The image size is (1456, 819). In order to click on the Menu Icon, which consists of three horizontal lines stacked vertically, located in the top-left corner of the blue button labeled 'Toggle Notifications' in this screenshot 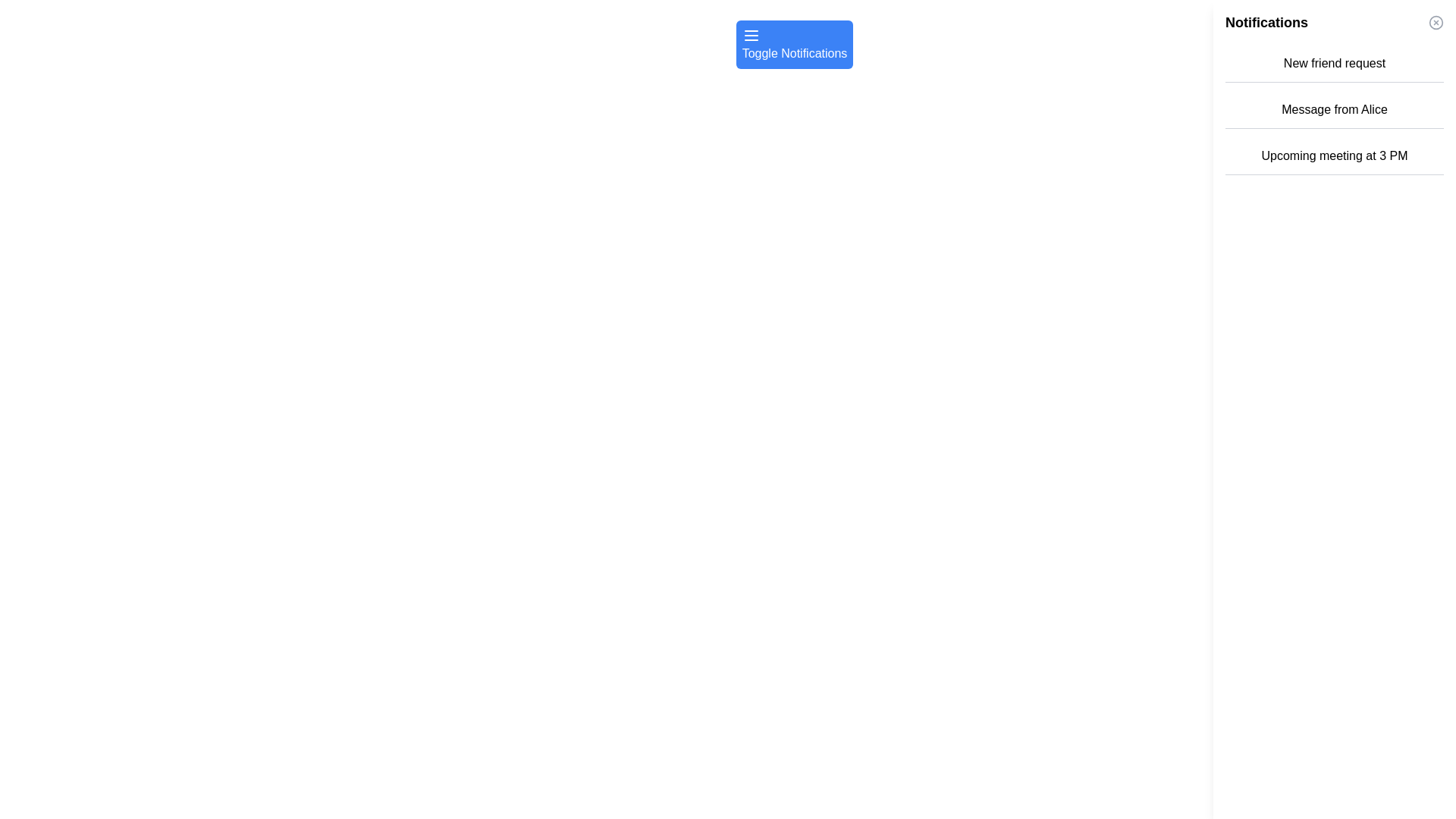, I will do `click(751, 34)`.